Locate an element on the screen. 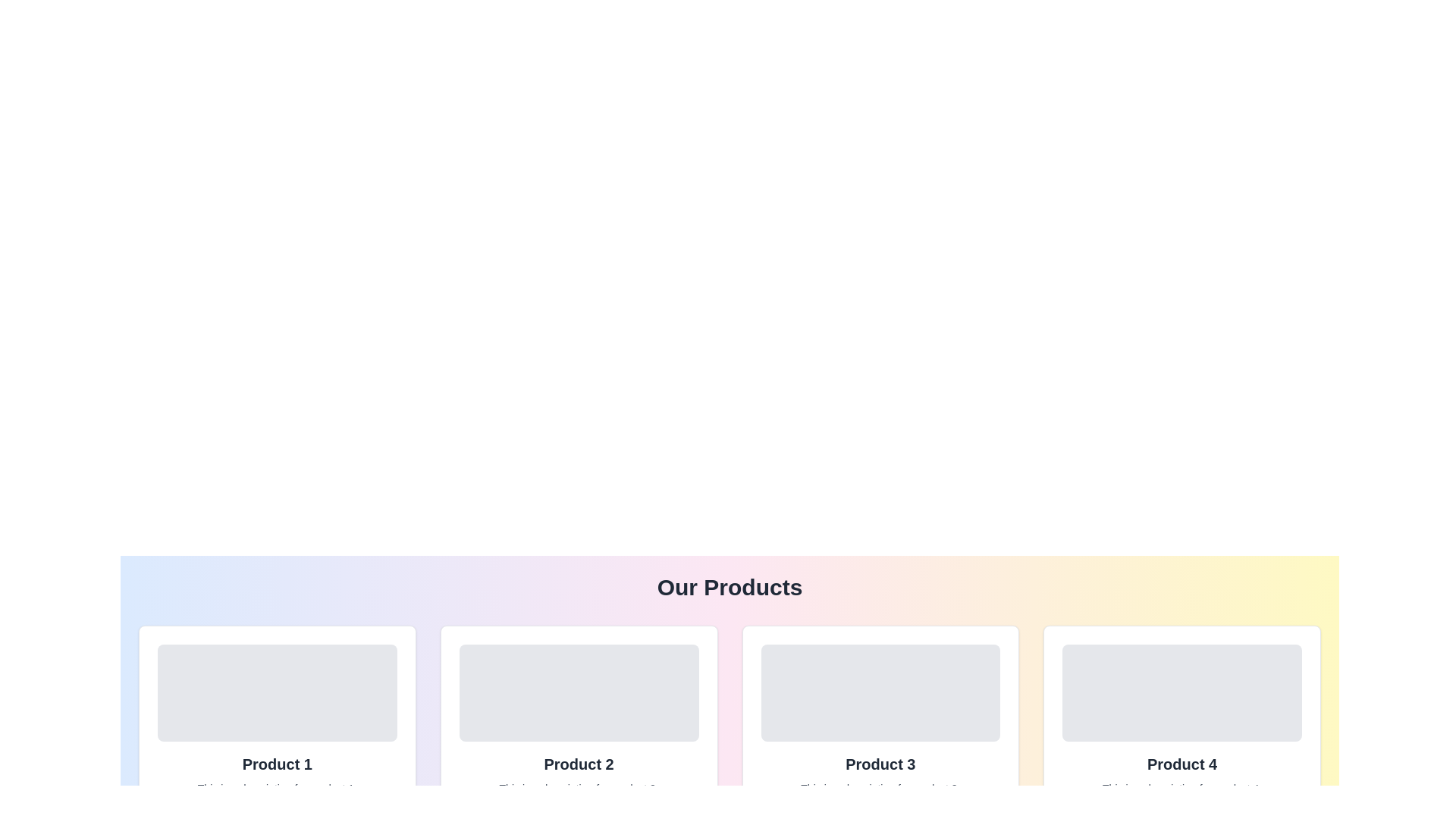  heading text element that introduces the sections of content below, located at the top of a gradient background and preceding a grid layout of product cards is located at coordinates (730, 587).